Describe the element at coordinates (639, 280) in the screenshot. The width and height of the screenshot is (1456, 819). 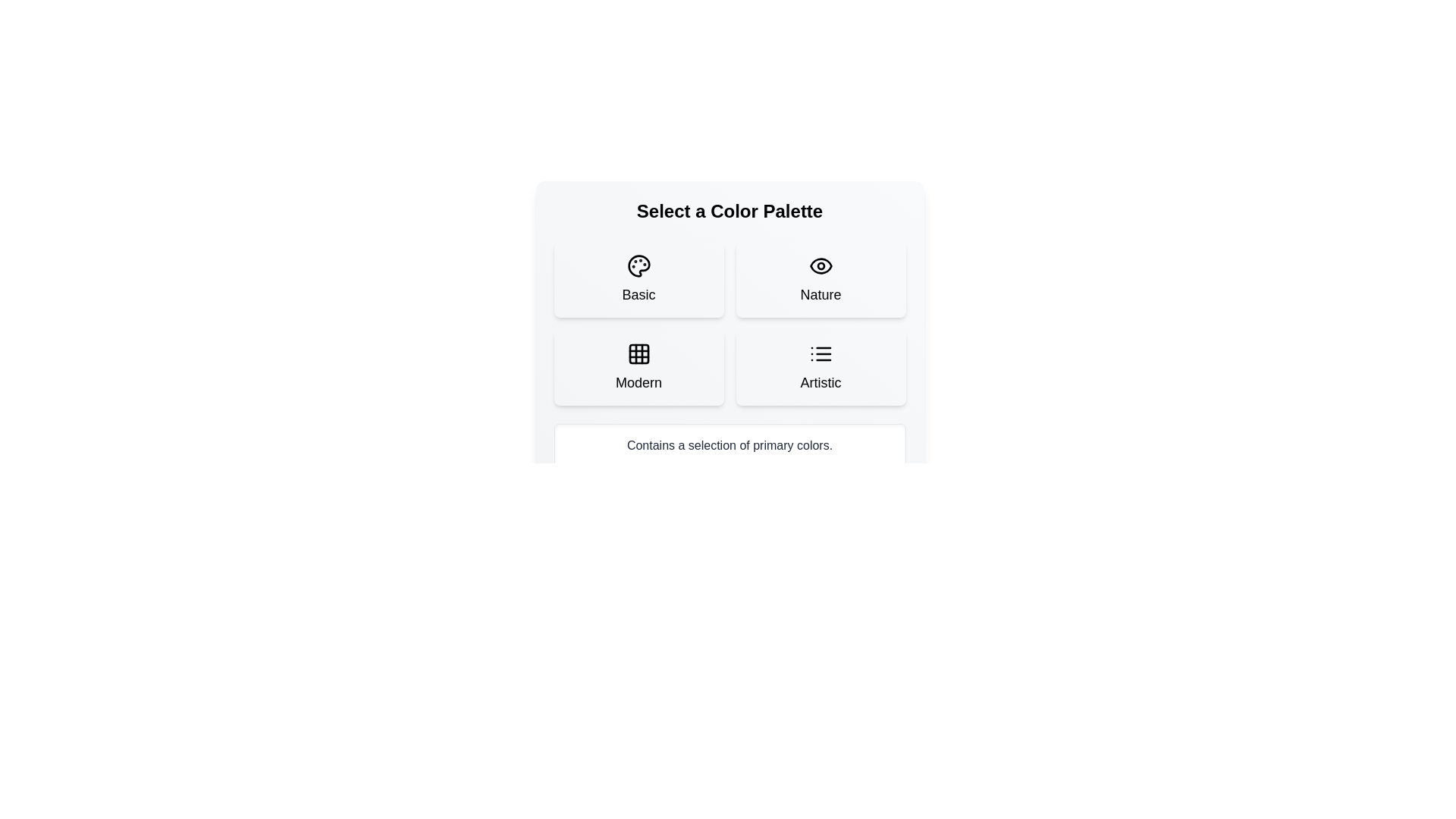
I see `the palette button for Basic` at that location.